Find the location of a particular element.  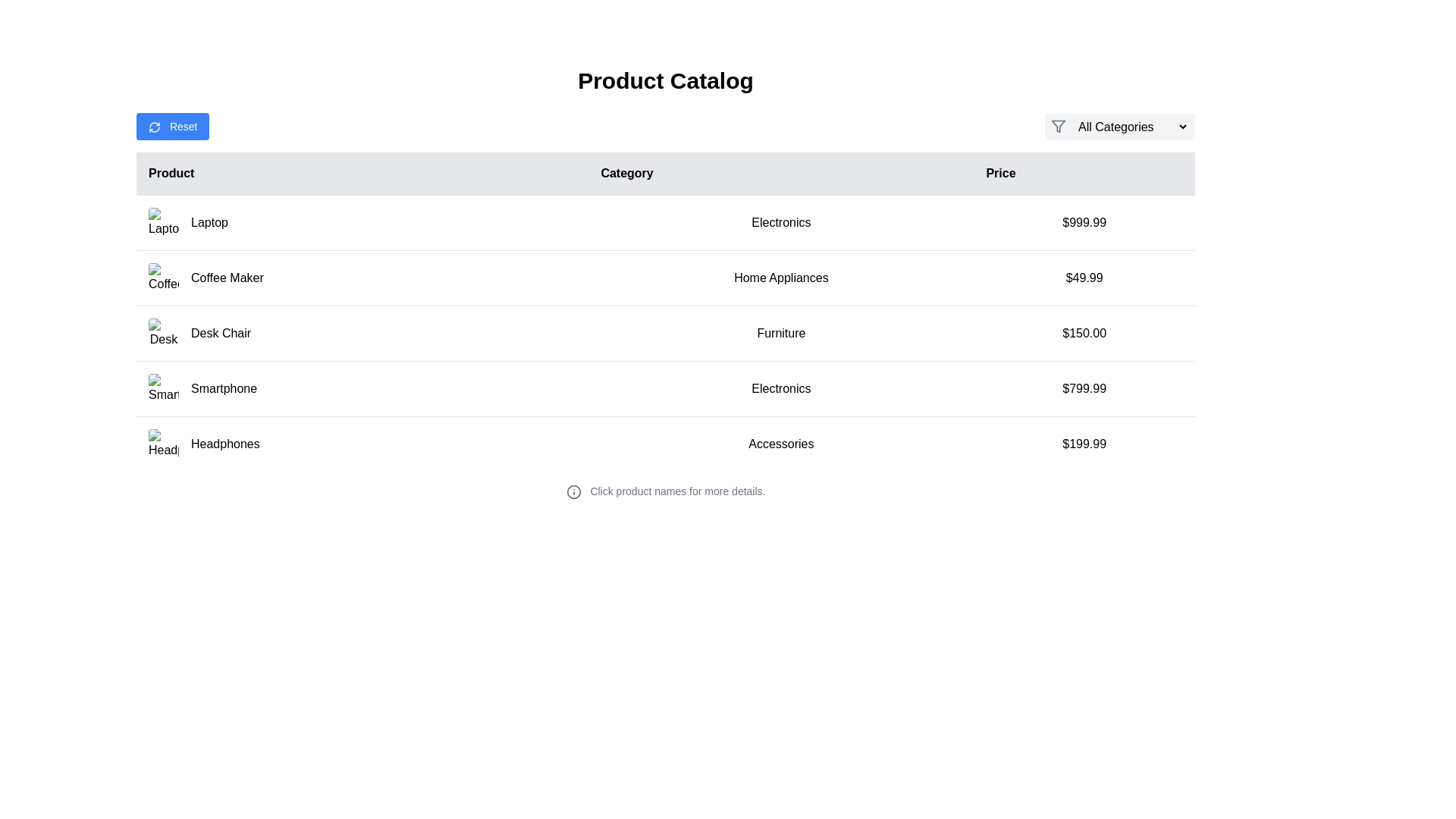

the 'Accessories' text label in the 'Category' column of the fifth row in the product listing table is located at coordinates (781, 444).